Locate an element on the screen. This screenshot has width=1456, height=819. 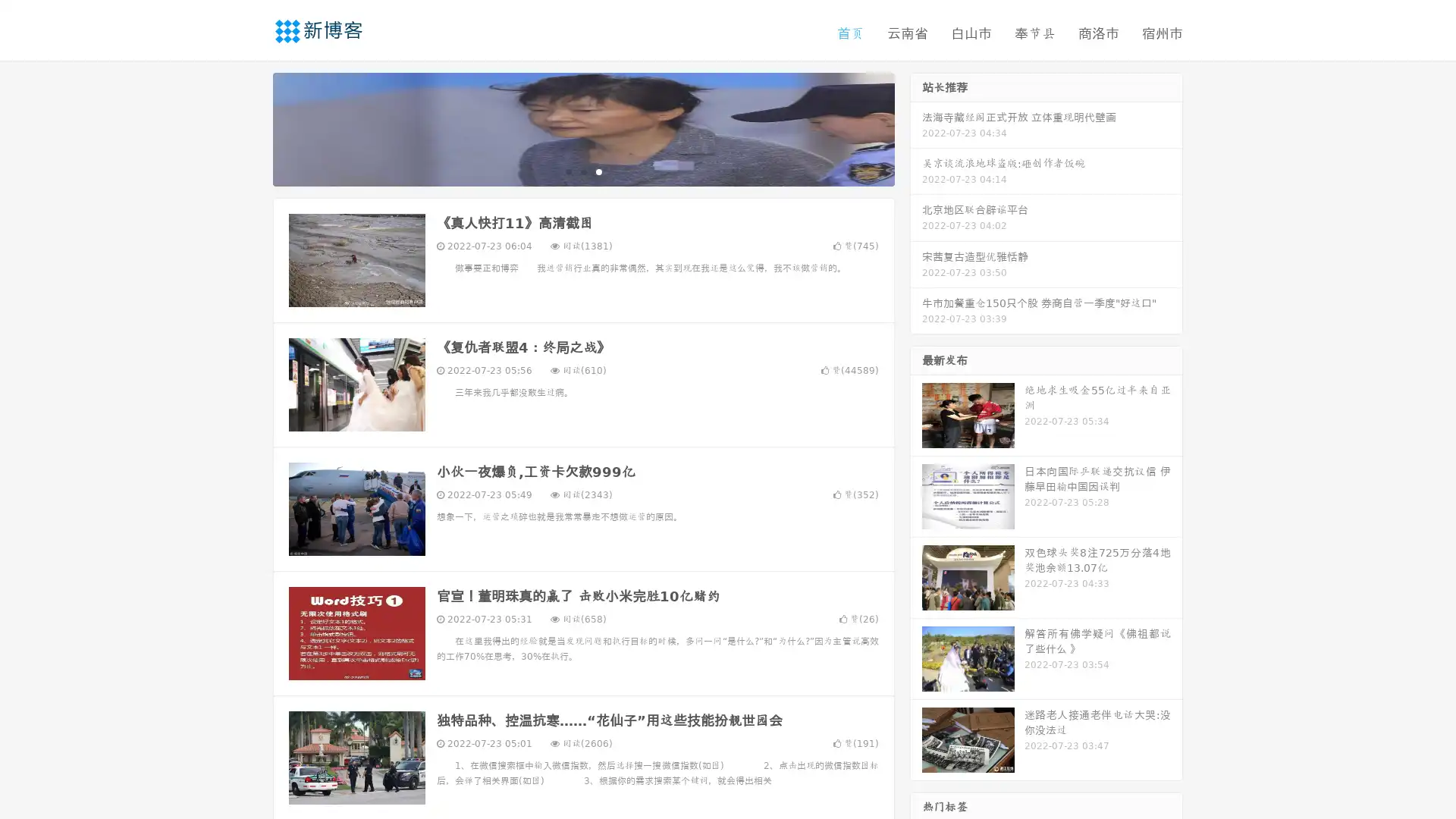
Go to slide 2 is located at coordinates (582, 171).